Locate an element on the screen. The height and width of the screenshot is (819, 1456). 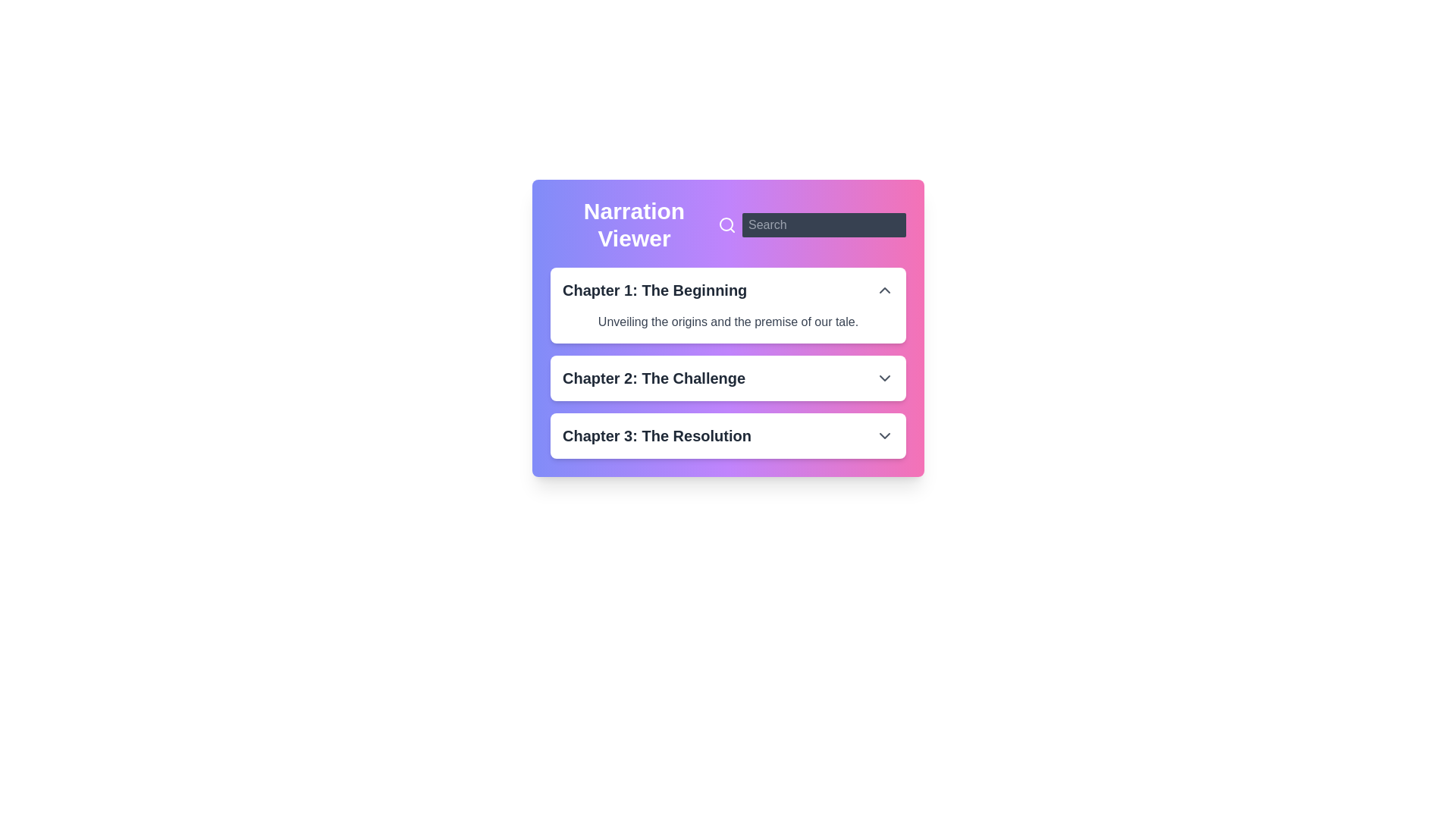
the downward-pointing Chevron icon (expand/collapse indicator) located on the right side of the bar labeled 'Chapter 3: The Resolution' is located at coordinates (884, 435).